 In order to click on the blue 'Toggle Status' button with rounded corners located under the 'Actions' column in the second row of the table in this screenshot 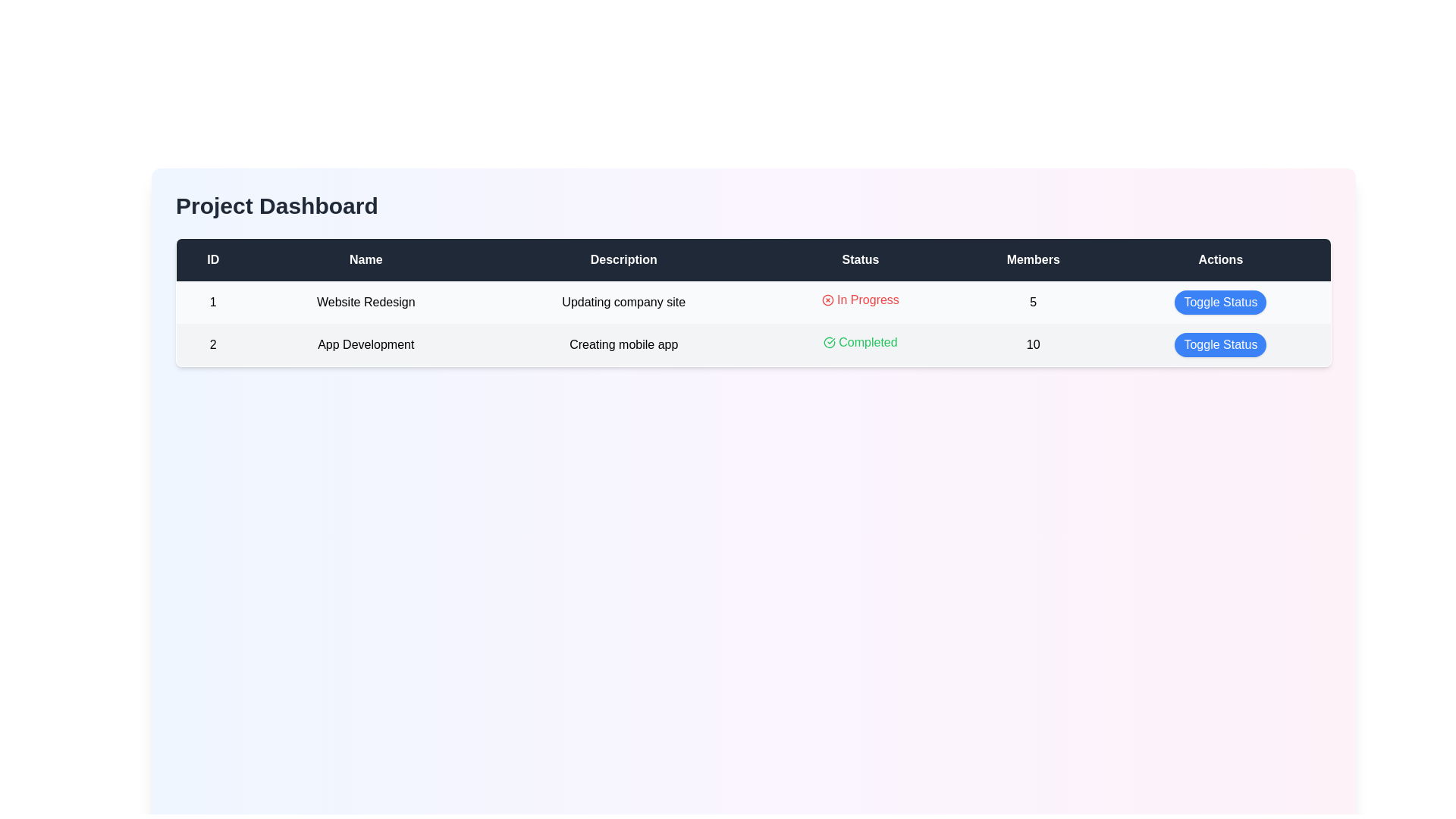, I will do `click(1220, 345)`.